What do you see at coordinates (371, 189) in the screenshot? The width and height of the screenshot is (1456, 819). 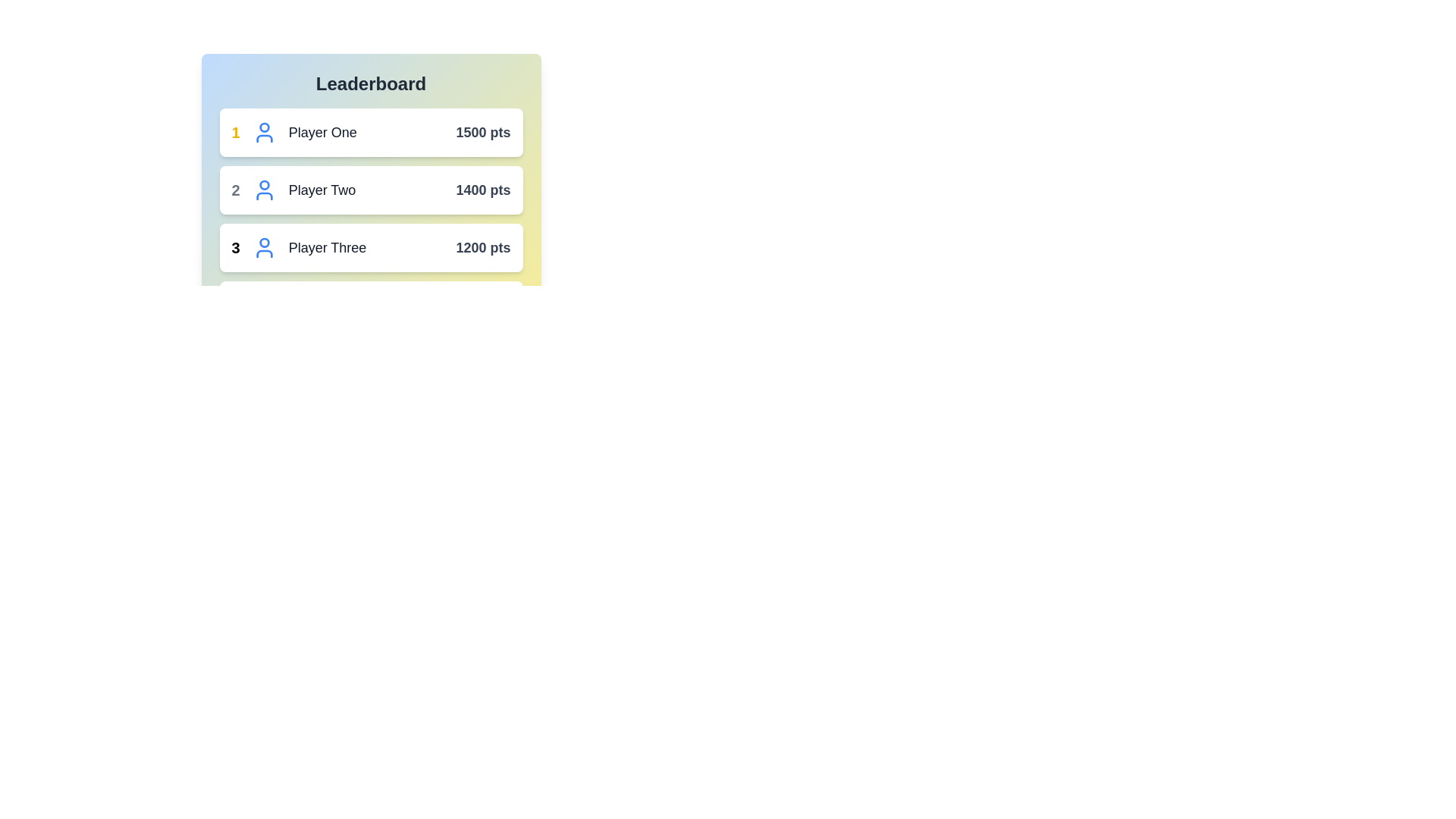 I see `the player entry for Player Two to highlight it` at bounding box center [371, 189].